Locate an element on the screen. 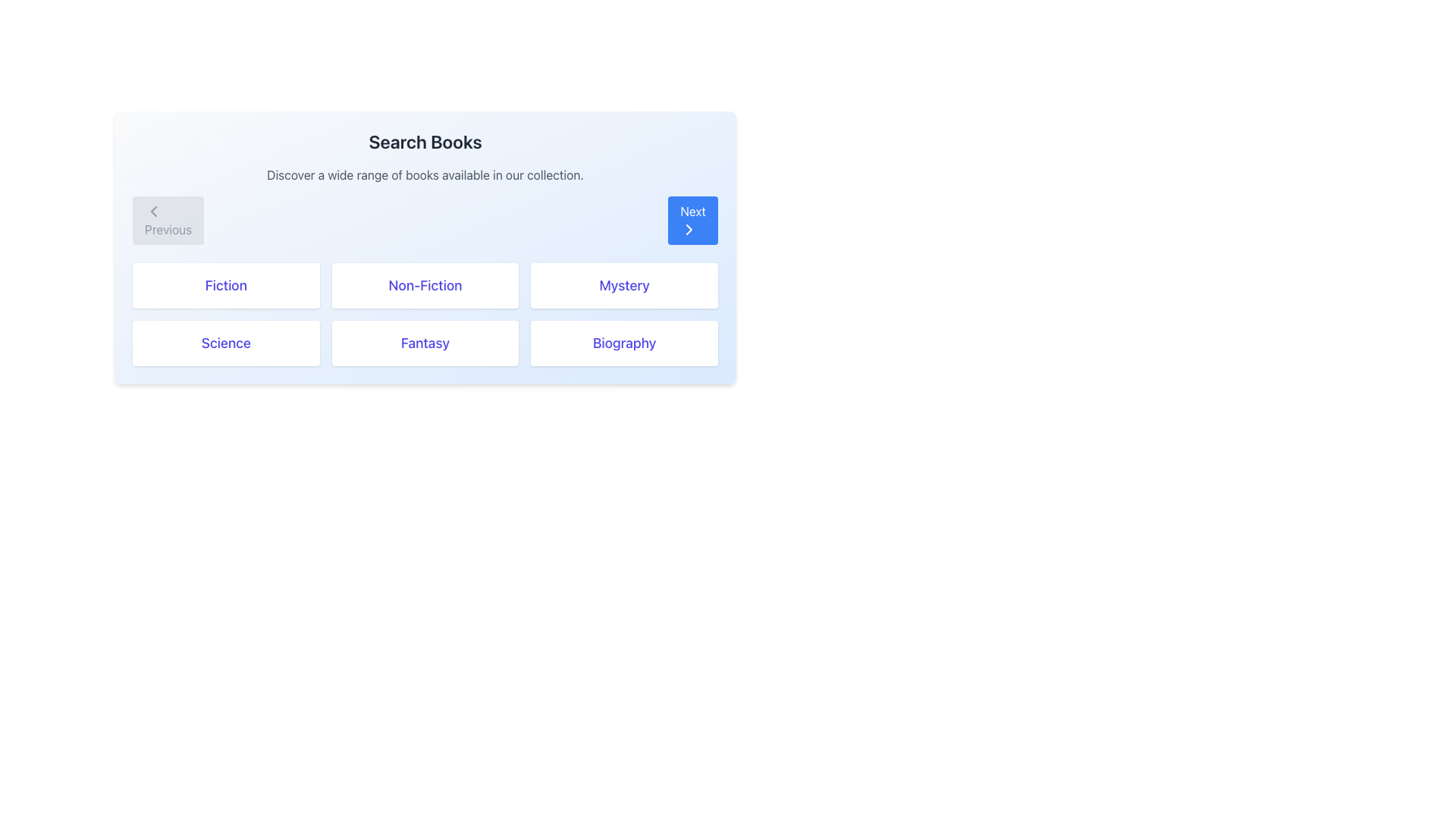 The height and width of the screenshot is (819, 1456). the 'Fiction' selectable category option is located at coordinates (225, 286).